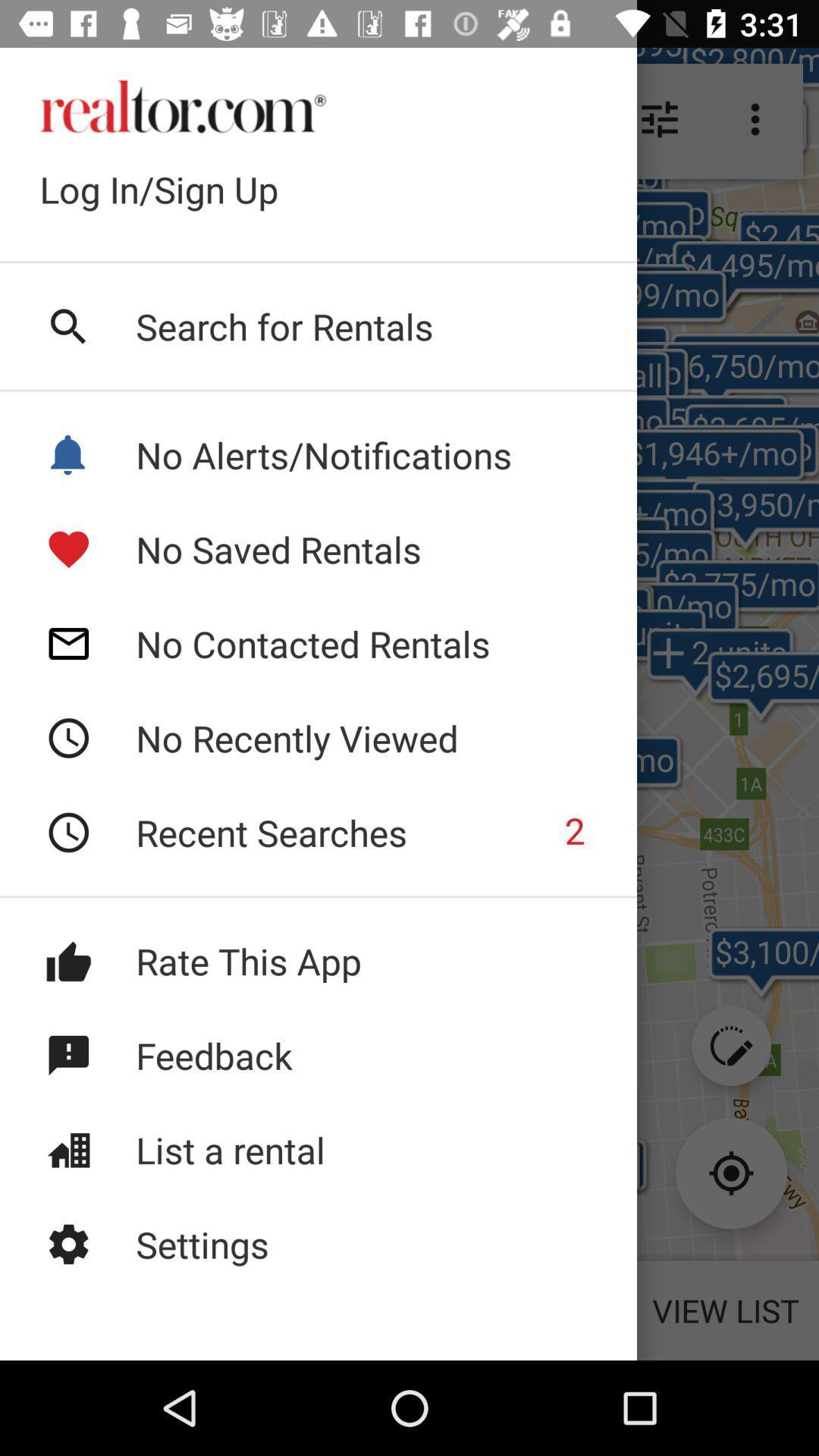  What do you see at coordinates (730, 1045) in the screenshot?
I see `the edit icon` at bounding box center [730, 1045].